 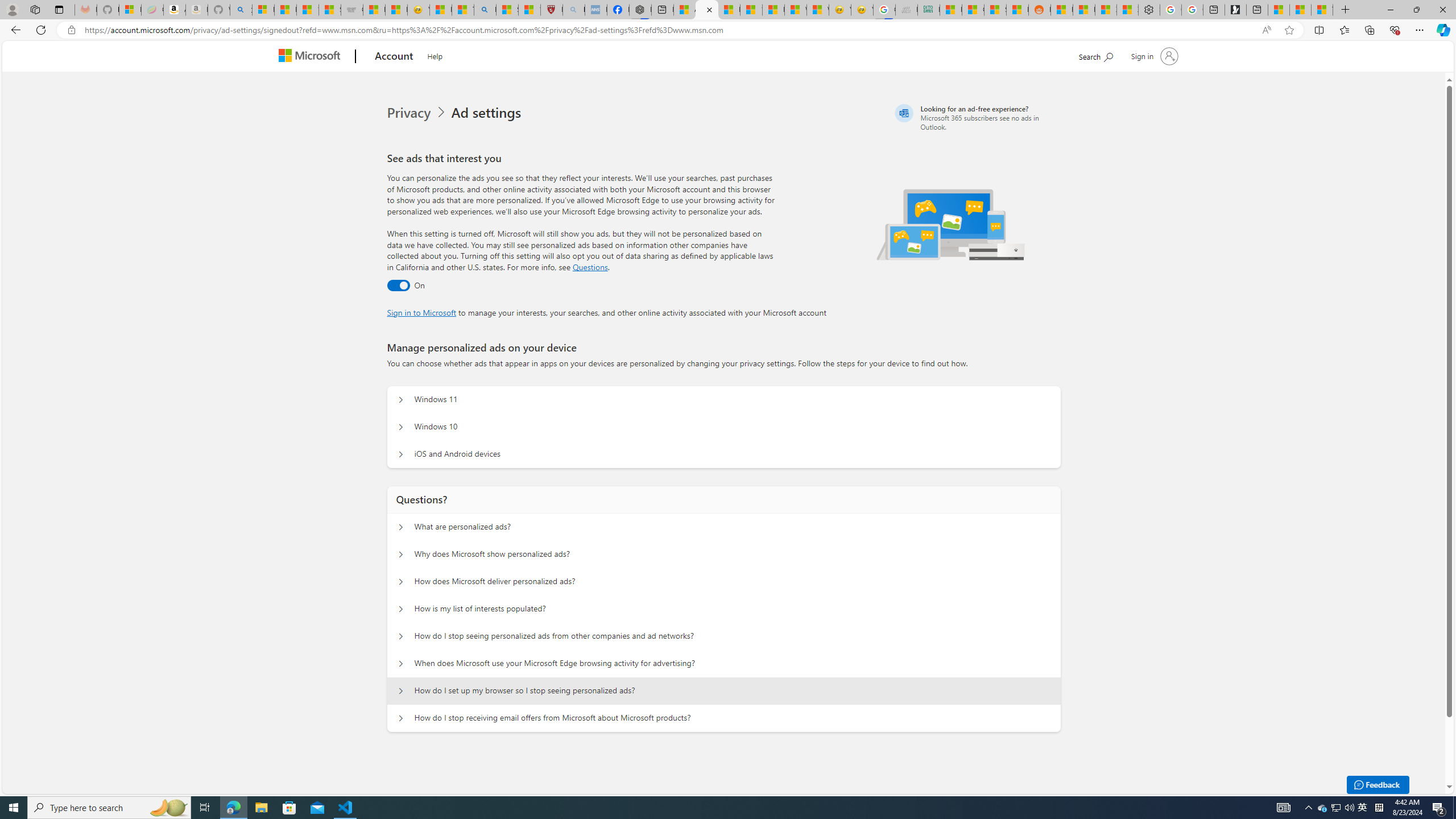 I want to click on 'Account', so click(x=394, y=56).